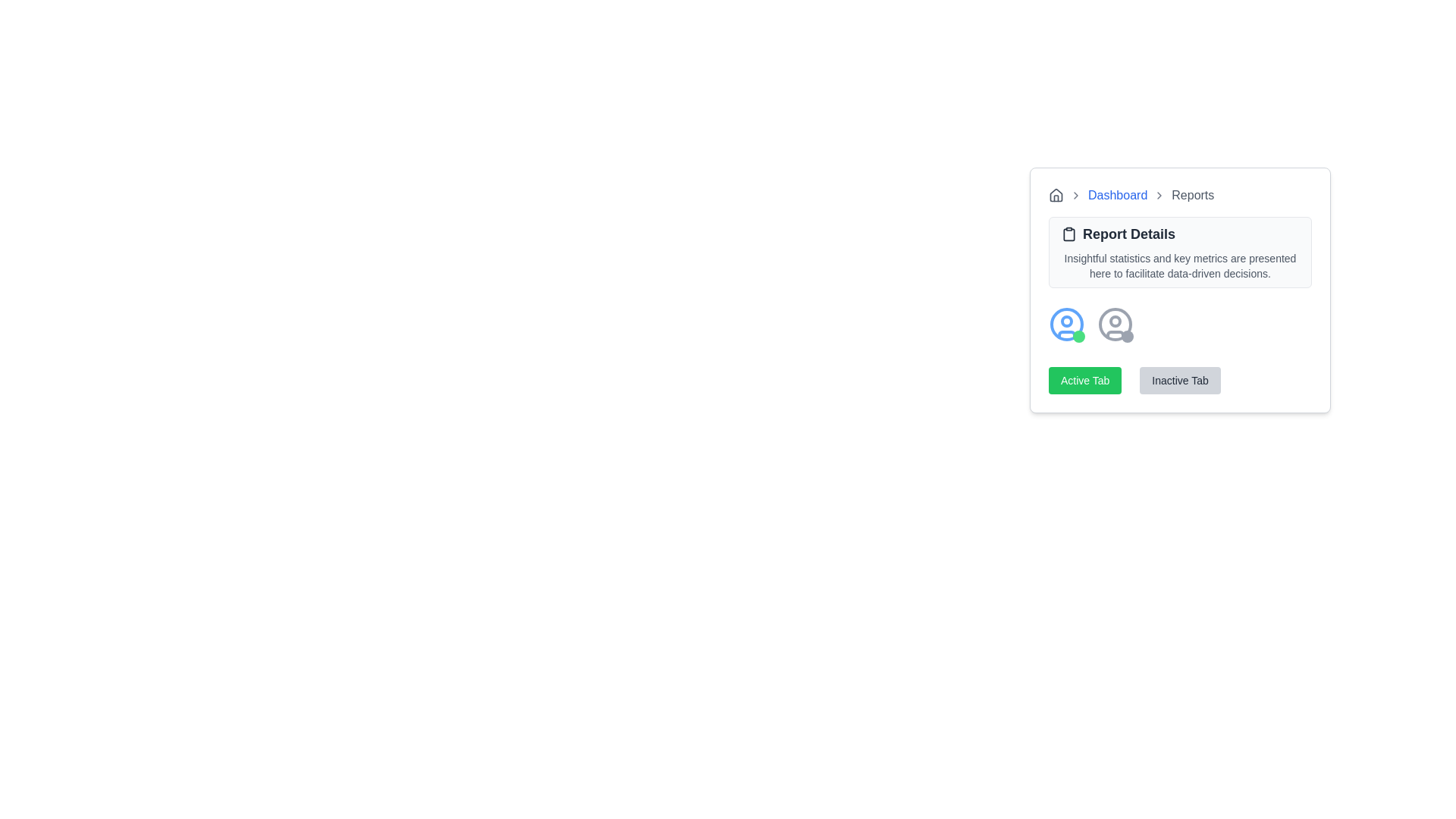 This screenshot has width=1456, height=819. Describe the element at coordinates (1065, 324) in the screenshot. I see `the circular user silhouette icon outlined in blue located in the top-left corner under the 'Report Details' section` at that location.